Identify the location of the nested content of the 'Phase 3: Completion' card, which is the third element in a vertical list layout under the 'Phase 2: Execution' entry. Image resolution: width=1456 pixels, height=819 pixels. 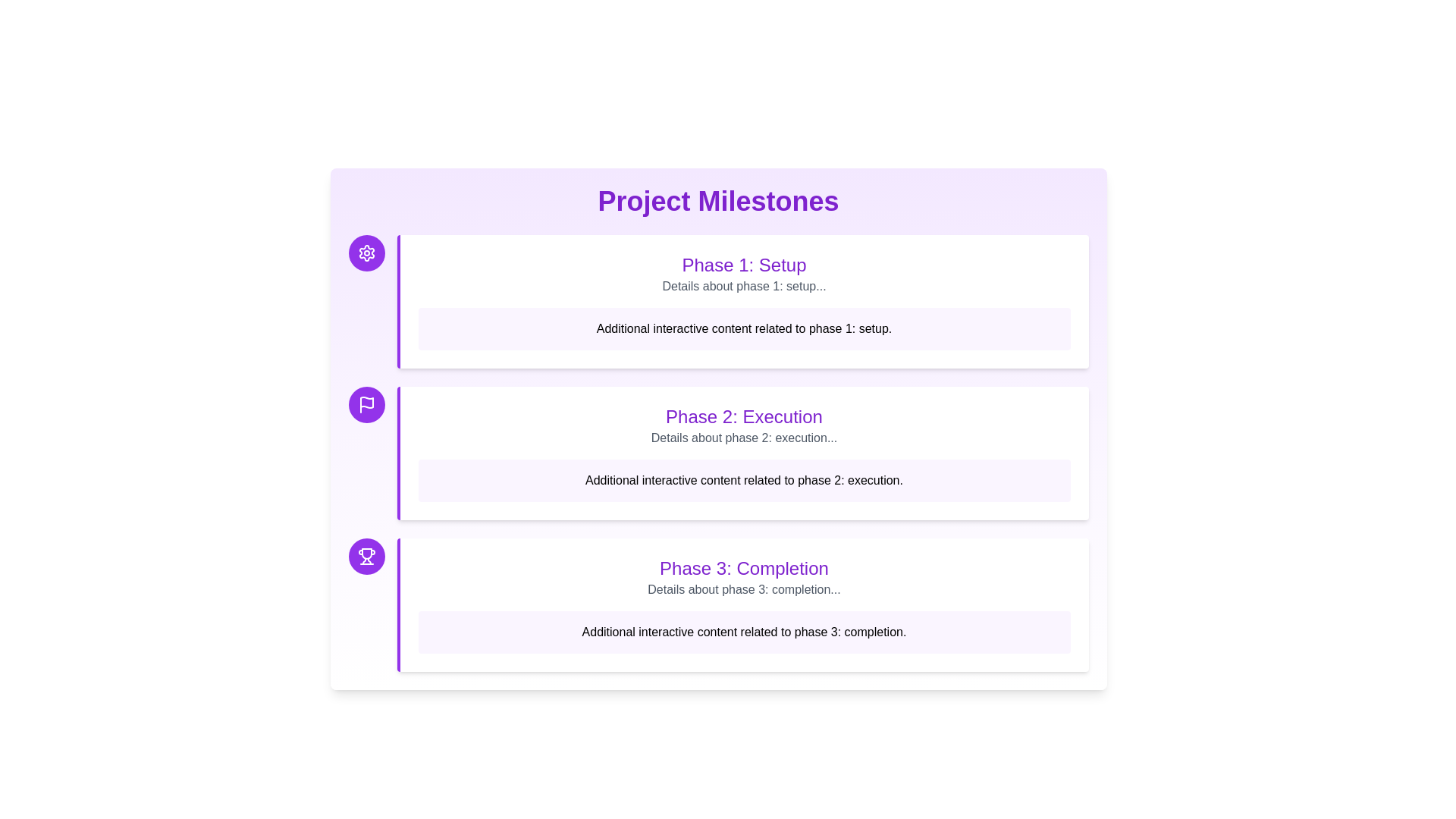
(742, 604).